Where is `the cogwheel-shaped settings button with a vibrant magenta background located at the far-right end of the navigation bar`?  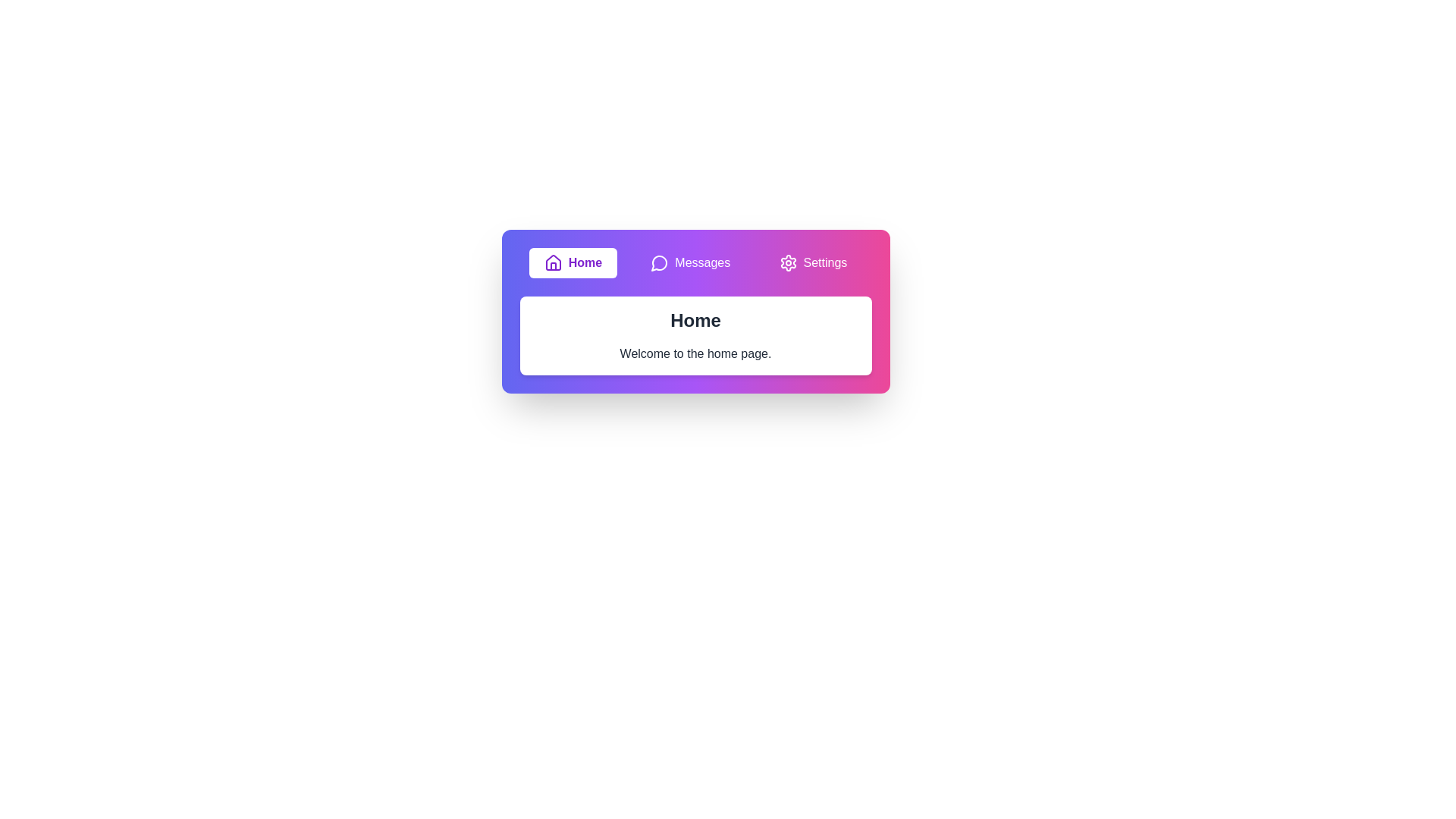 the cogwheel-shaped settings button with a vibrant magenta background located at the far-right end of the navigation bar is located at coordinates (788, 262).